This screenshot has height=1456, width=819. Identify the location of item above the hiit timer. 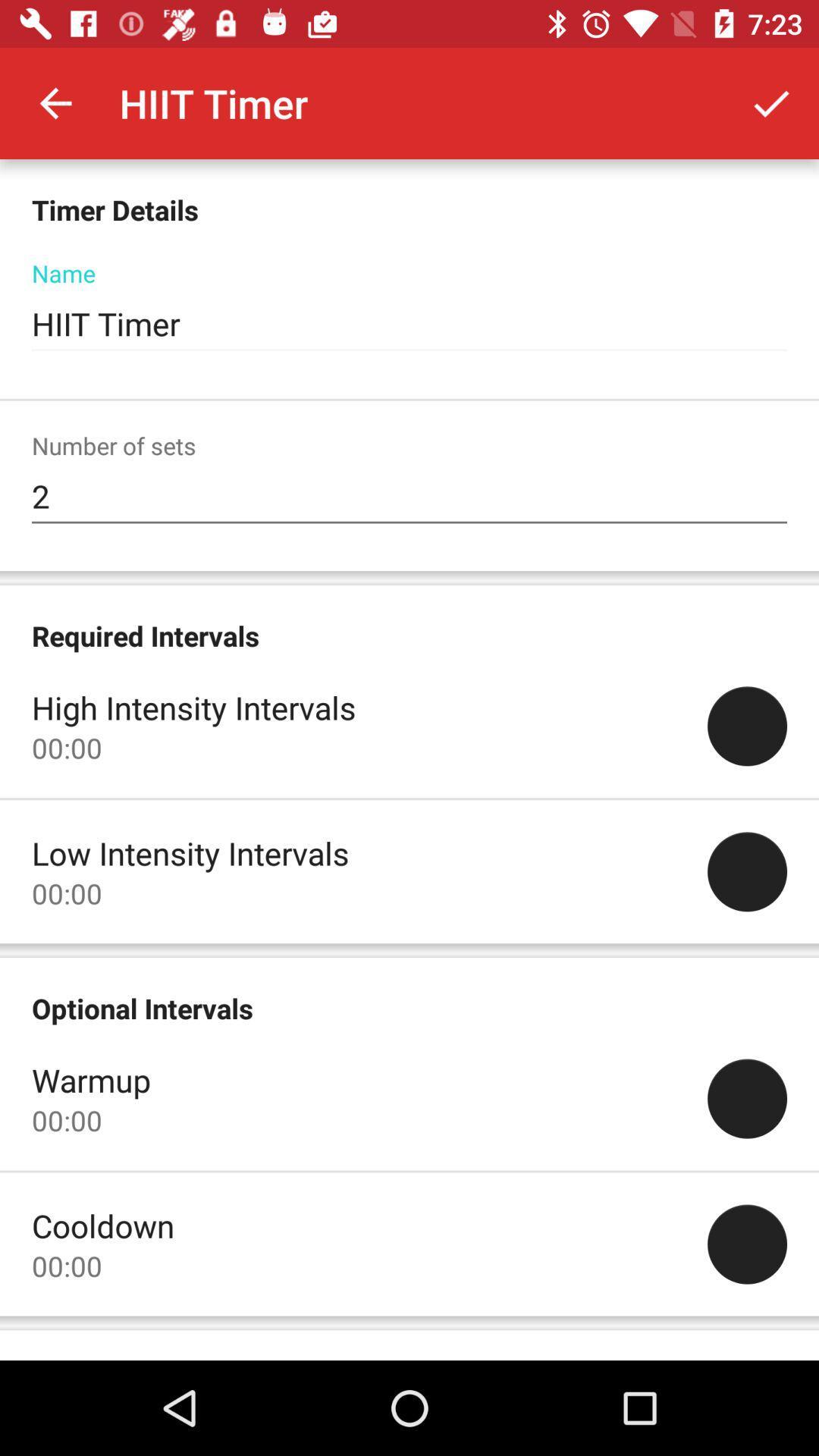
(771, 102).